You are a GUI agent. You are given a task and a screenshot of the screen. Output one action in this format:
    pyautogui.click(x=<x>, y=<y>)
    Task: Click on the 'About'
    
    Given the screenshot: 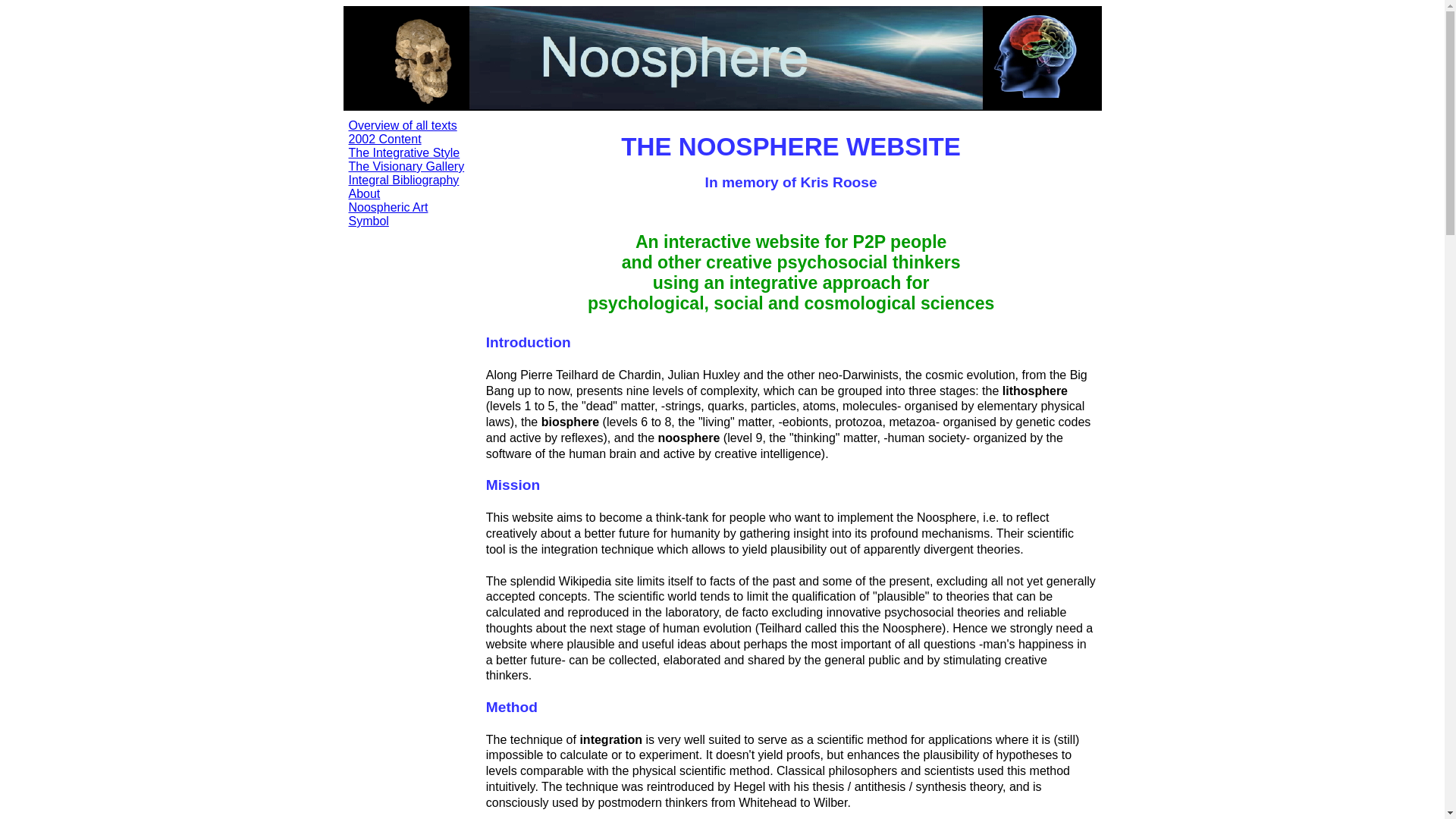 What is the action you would take?
    pyautogui.click(x=364, y=193)
    